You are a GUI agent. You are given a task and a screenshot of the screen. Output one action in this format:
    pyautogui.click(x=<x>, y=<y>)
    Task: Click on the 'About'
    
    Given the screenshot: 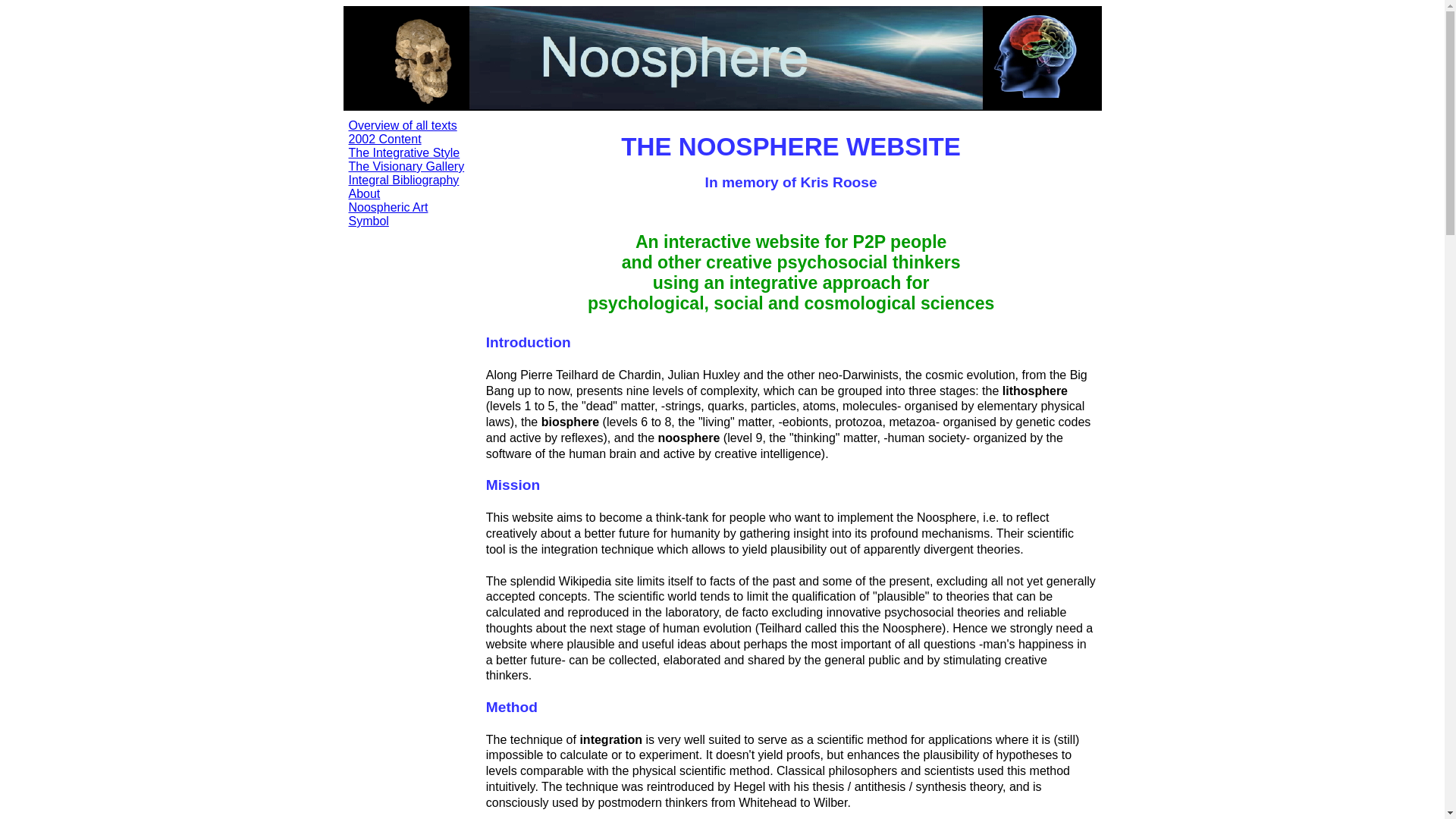 What is the action you would take?
    pyautogui.click(x=364, y=193)
    